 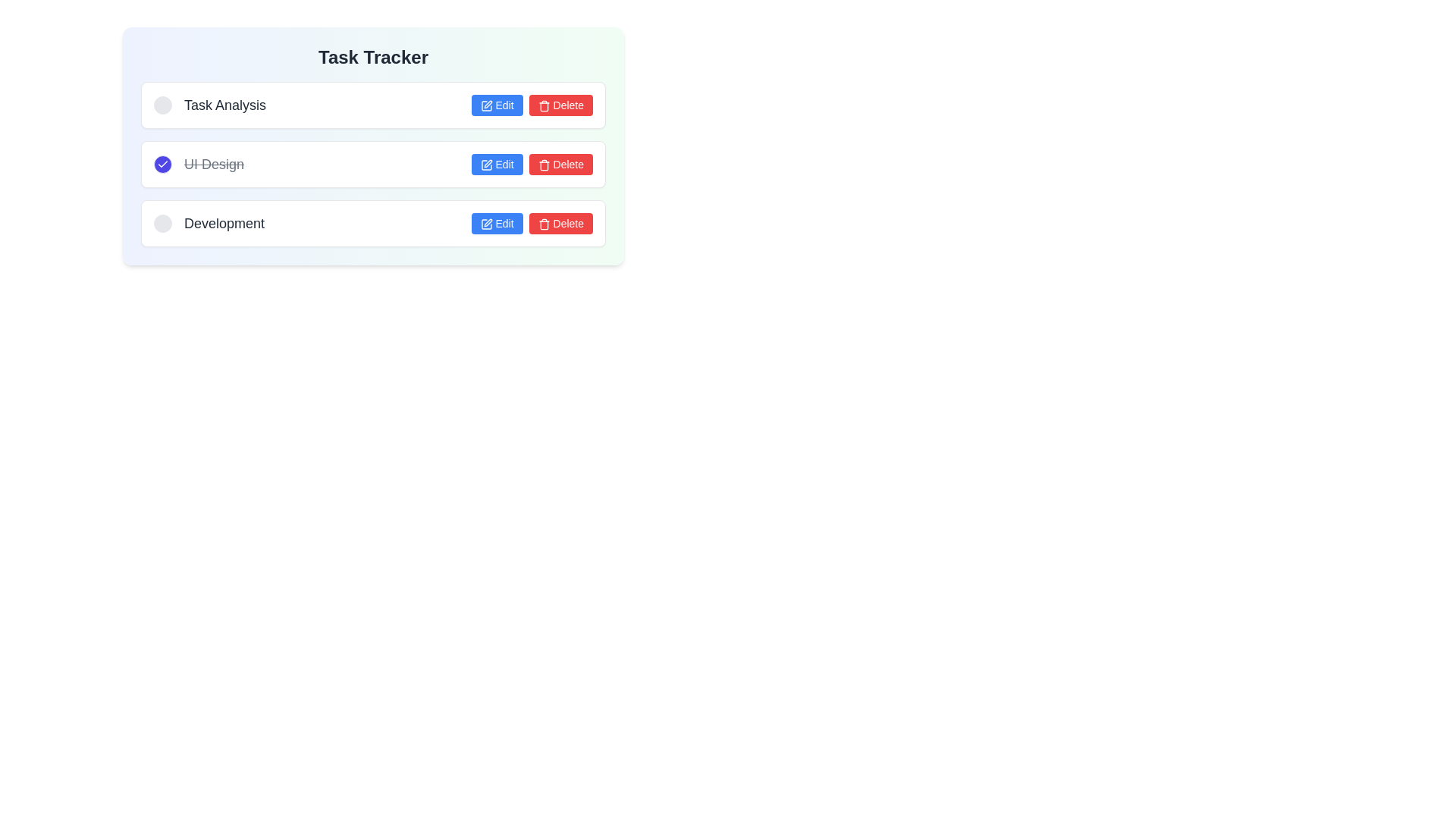 I want to click on text label for the task 'Development', which is located at the center of the last task in a vertically stacked list of tasks, so click(x=224, y=223).